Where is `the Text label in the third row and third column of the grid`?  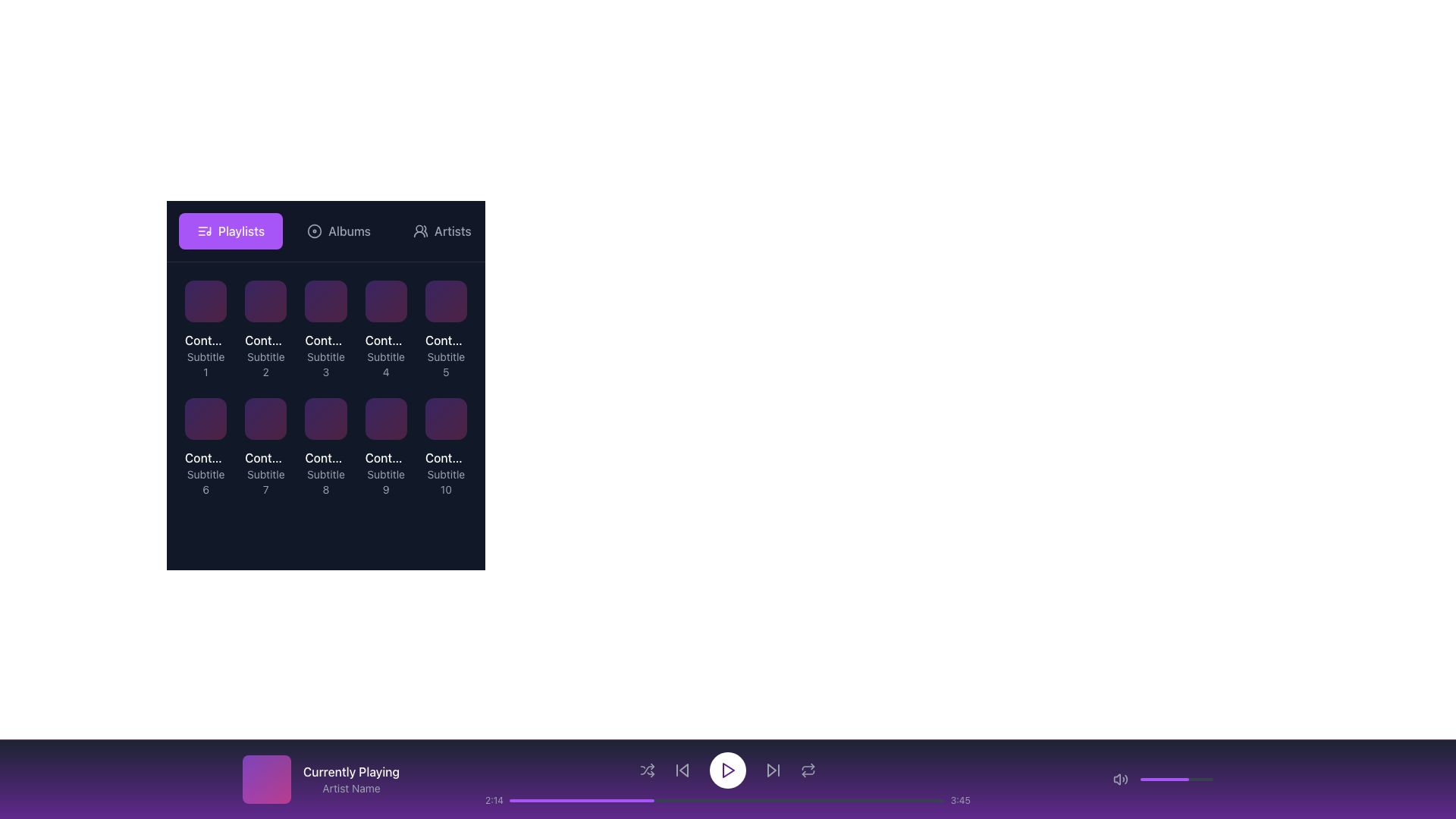
the Text label in the third row and third column of the grid is located at coordinates (325, 457).